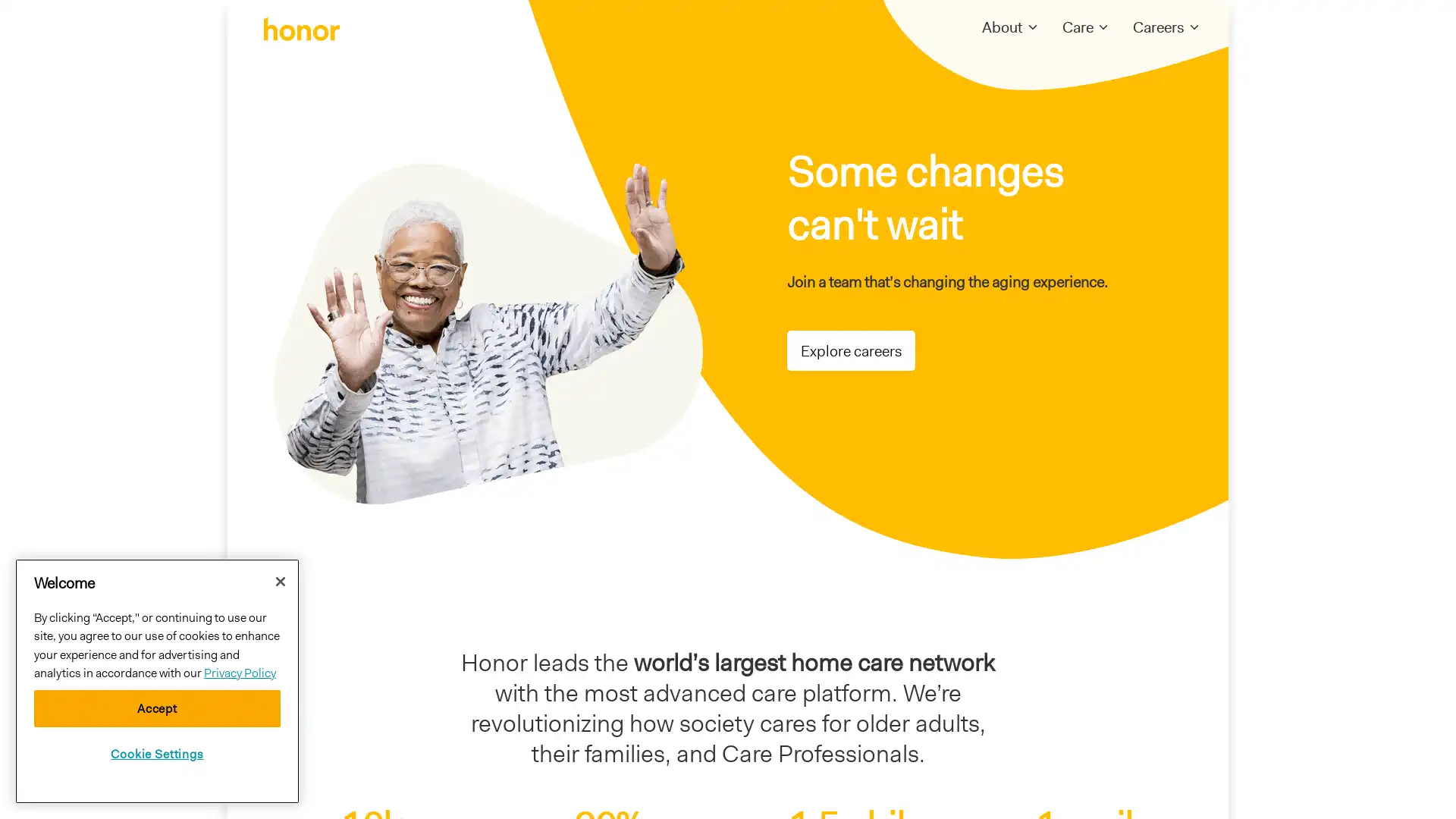 This screenshot has width=1456, height=819. What do you see at coordinates (1077, 27) in the screenshot?
I see `Care` at bounding box center [1077, 27].